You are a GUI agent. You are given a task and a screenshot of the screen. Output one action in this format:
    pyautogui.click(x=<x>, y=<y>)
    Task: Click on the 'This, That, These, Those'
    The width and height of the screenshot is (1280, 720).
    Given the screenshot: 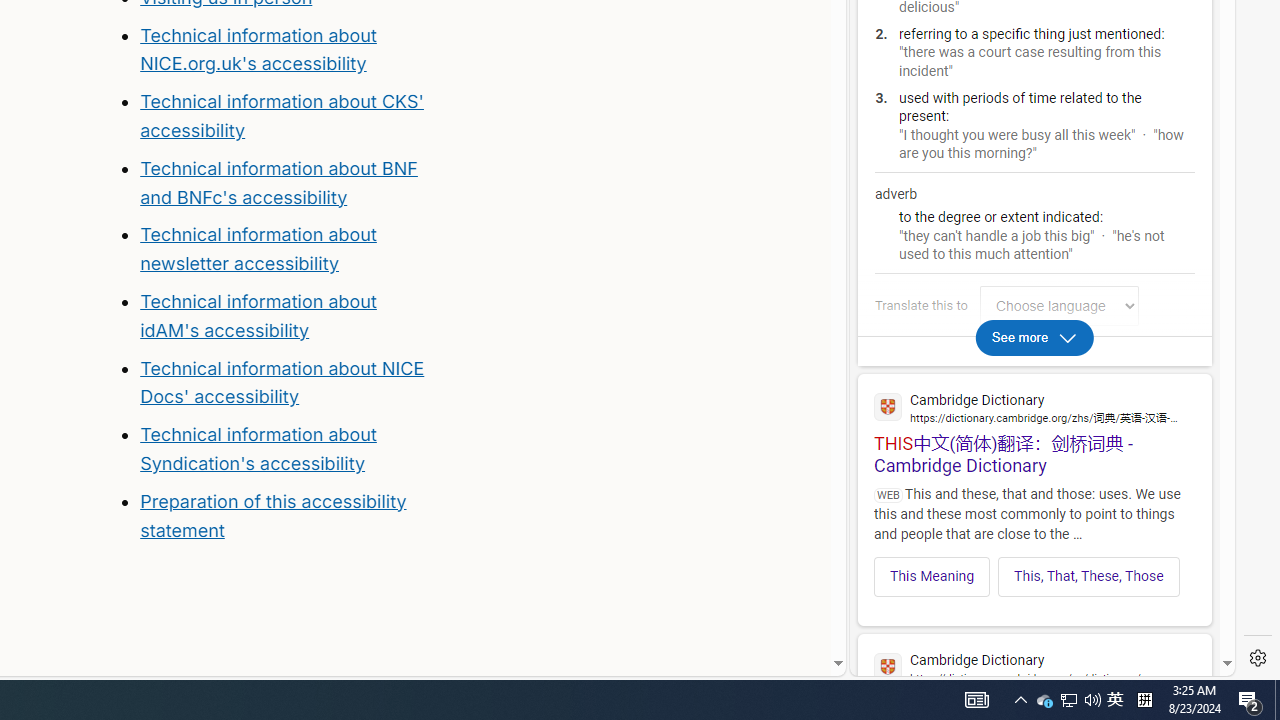 What is the action you would take?
    pyautogui.click(x=1087, y=576)
    